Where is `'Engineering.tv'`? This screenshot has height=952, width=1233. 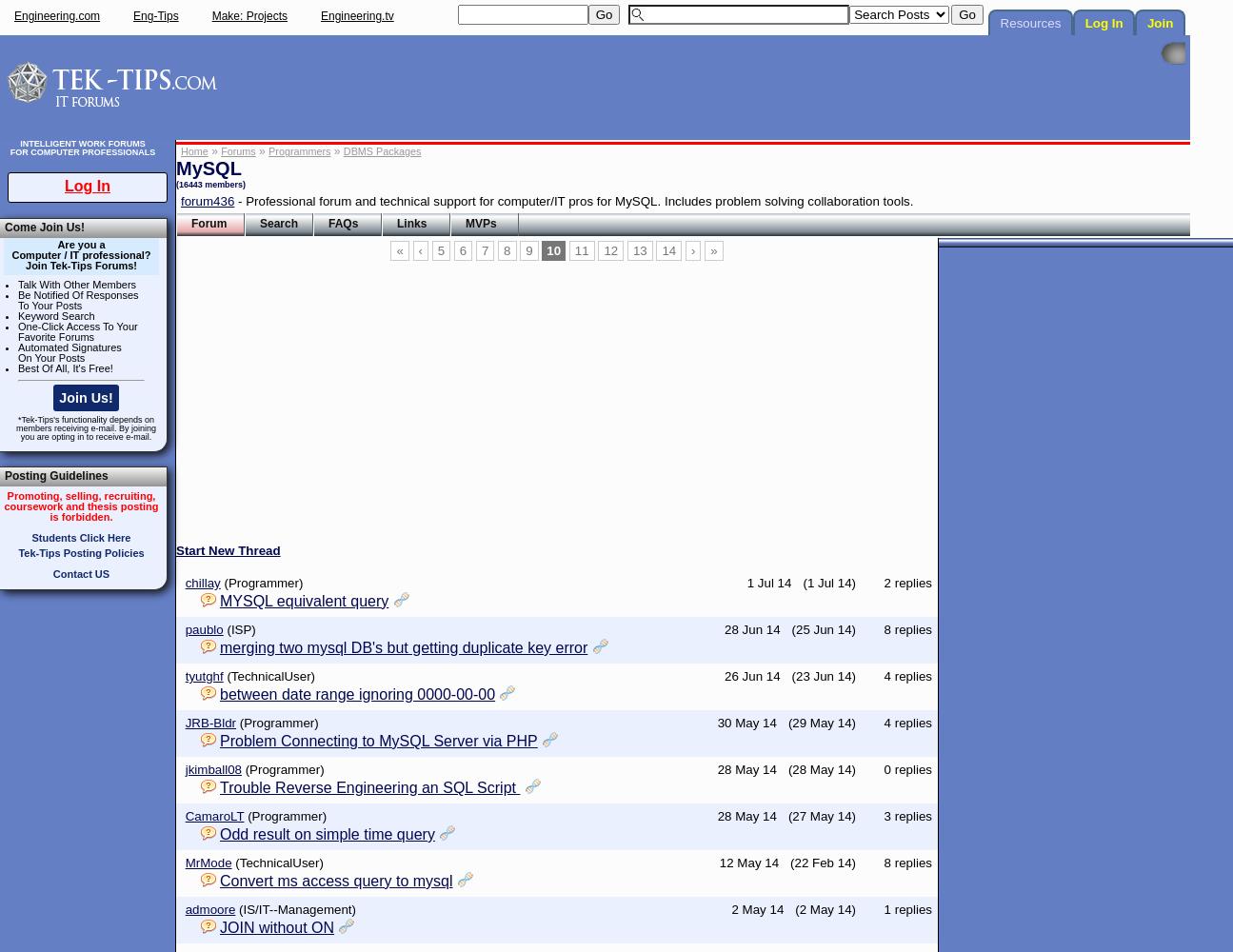 'Engineering.tv' is located at coordinates (356, 16).